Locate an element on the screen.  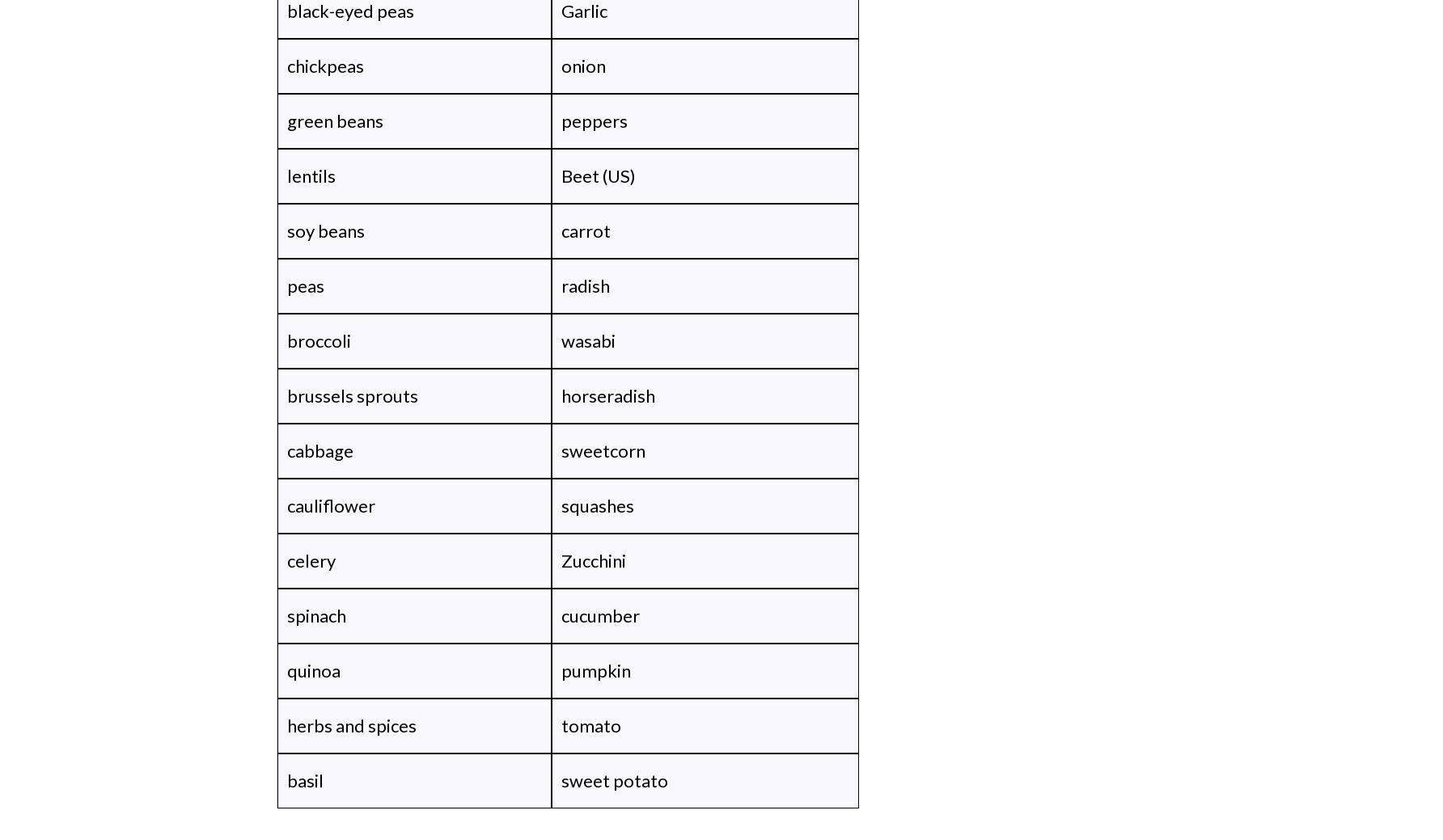
'broccoli' is located at coordinates (319, 340).